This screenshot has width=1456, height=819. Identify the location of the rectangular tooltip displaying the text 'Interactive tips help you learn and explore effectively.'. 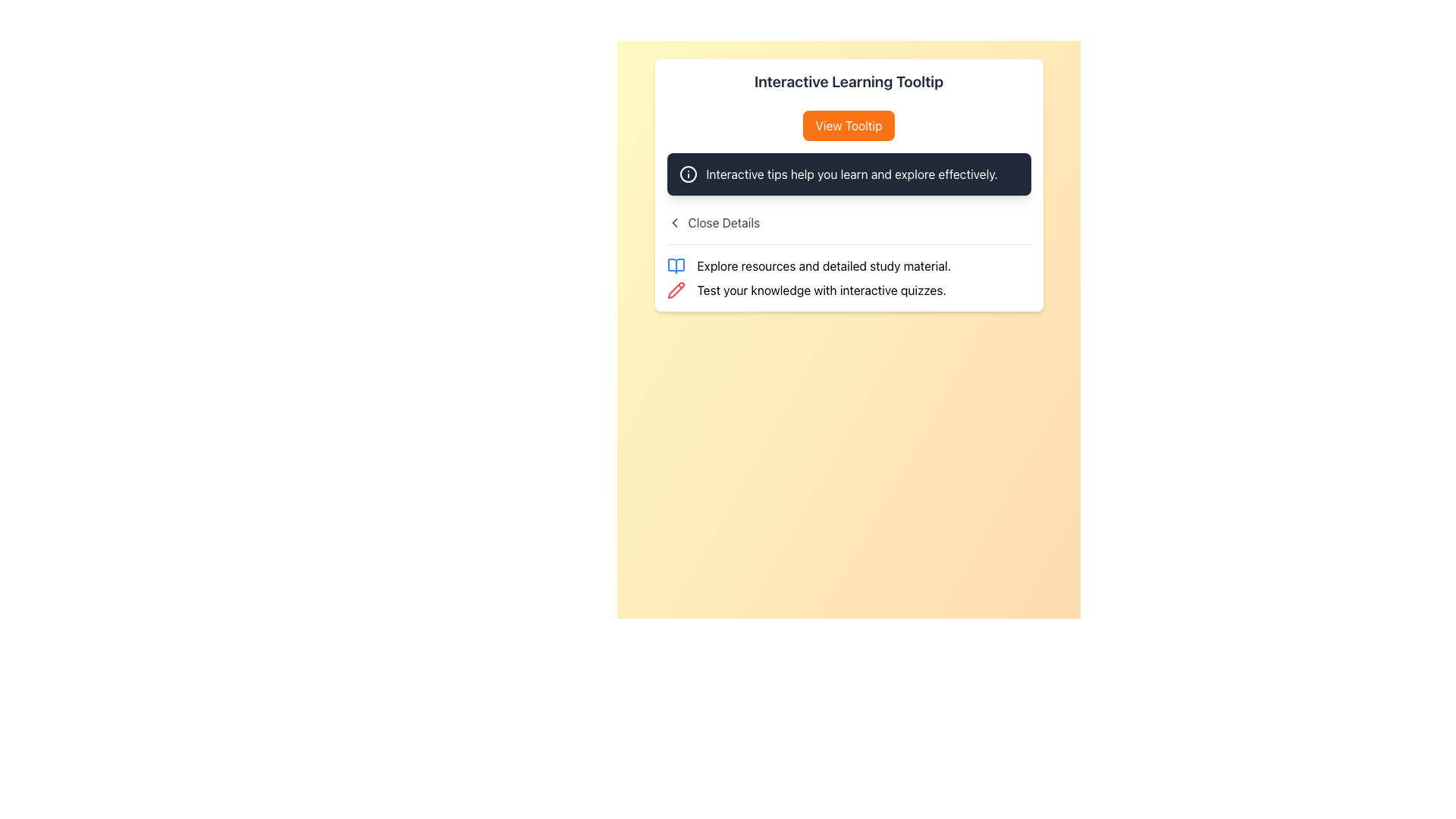
(848, 174).